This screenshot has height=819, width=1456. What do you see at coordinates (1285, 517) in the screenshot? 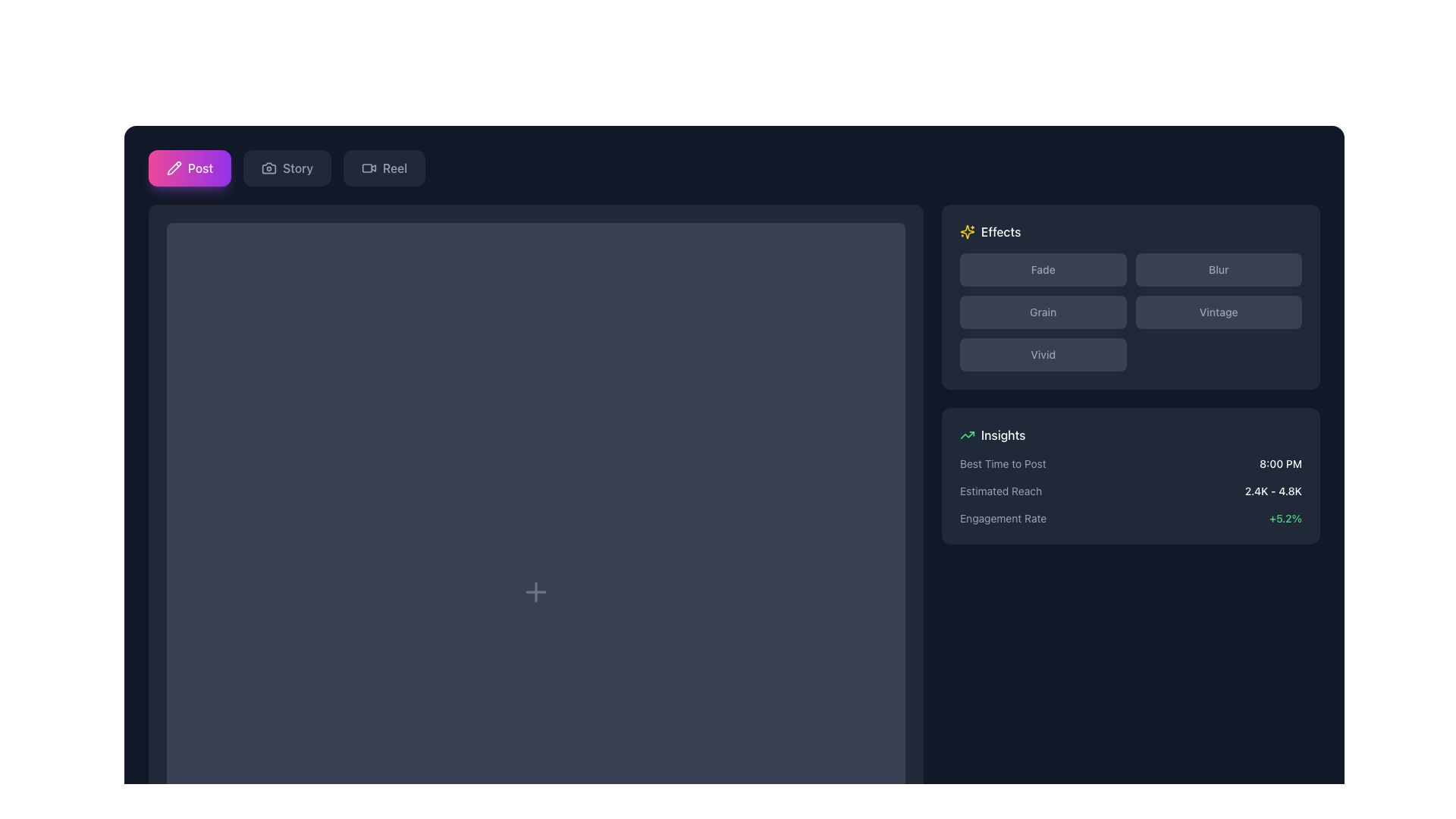
I see `the text label indicating the percentage increase associated with the engagement rate metric located on the right side of the 'Engagement Rate' label in the 'Insights' section` at bounding box center [1285, 517].